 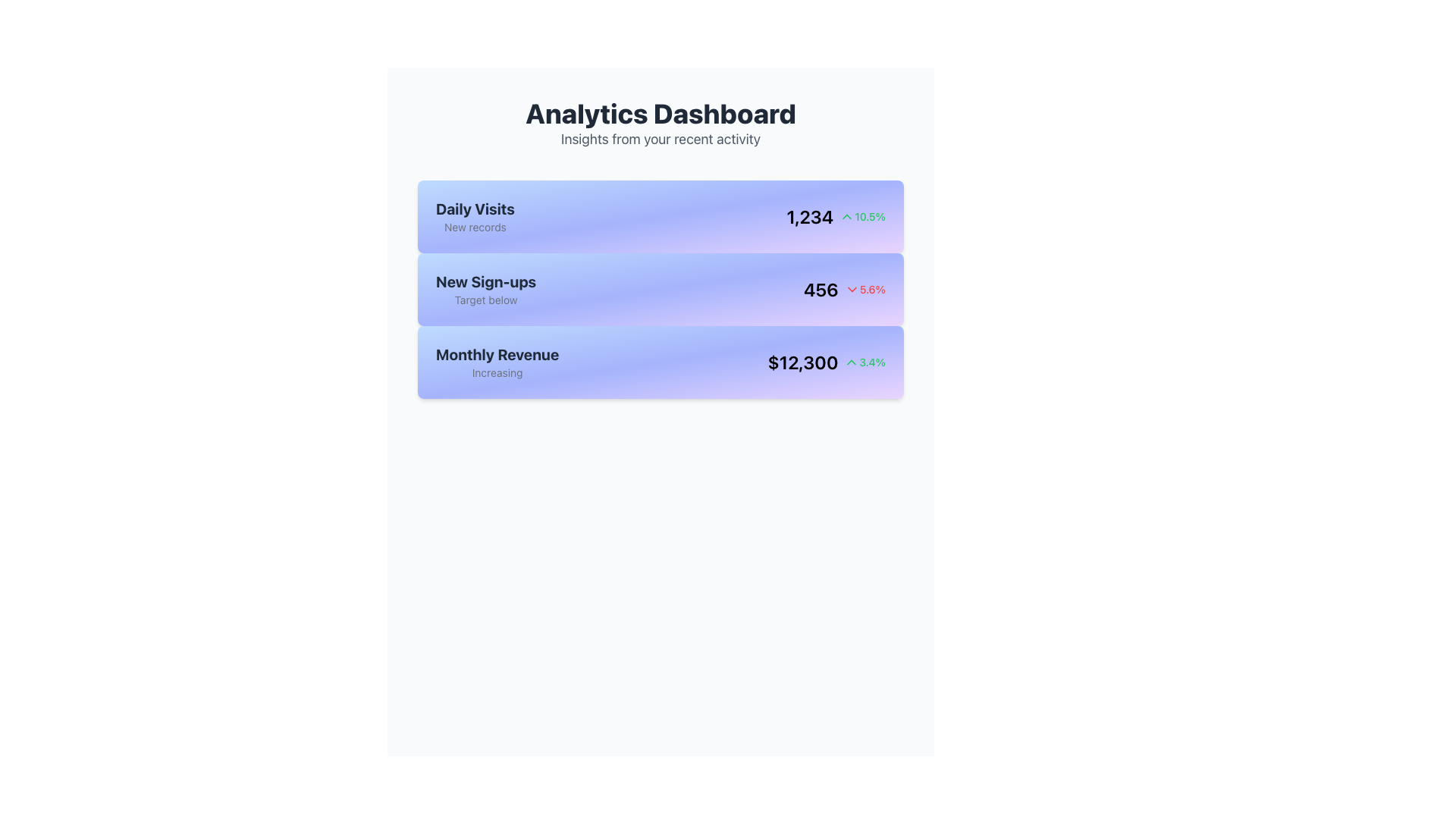 I want to click on the small, green, upward-pointing chevron icon located to the left of the percentage text '10.5%' in the 'Daily Visits' section, so click(x=846, y=216).